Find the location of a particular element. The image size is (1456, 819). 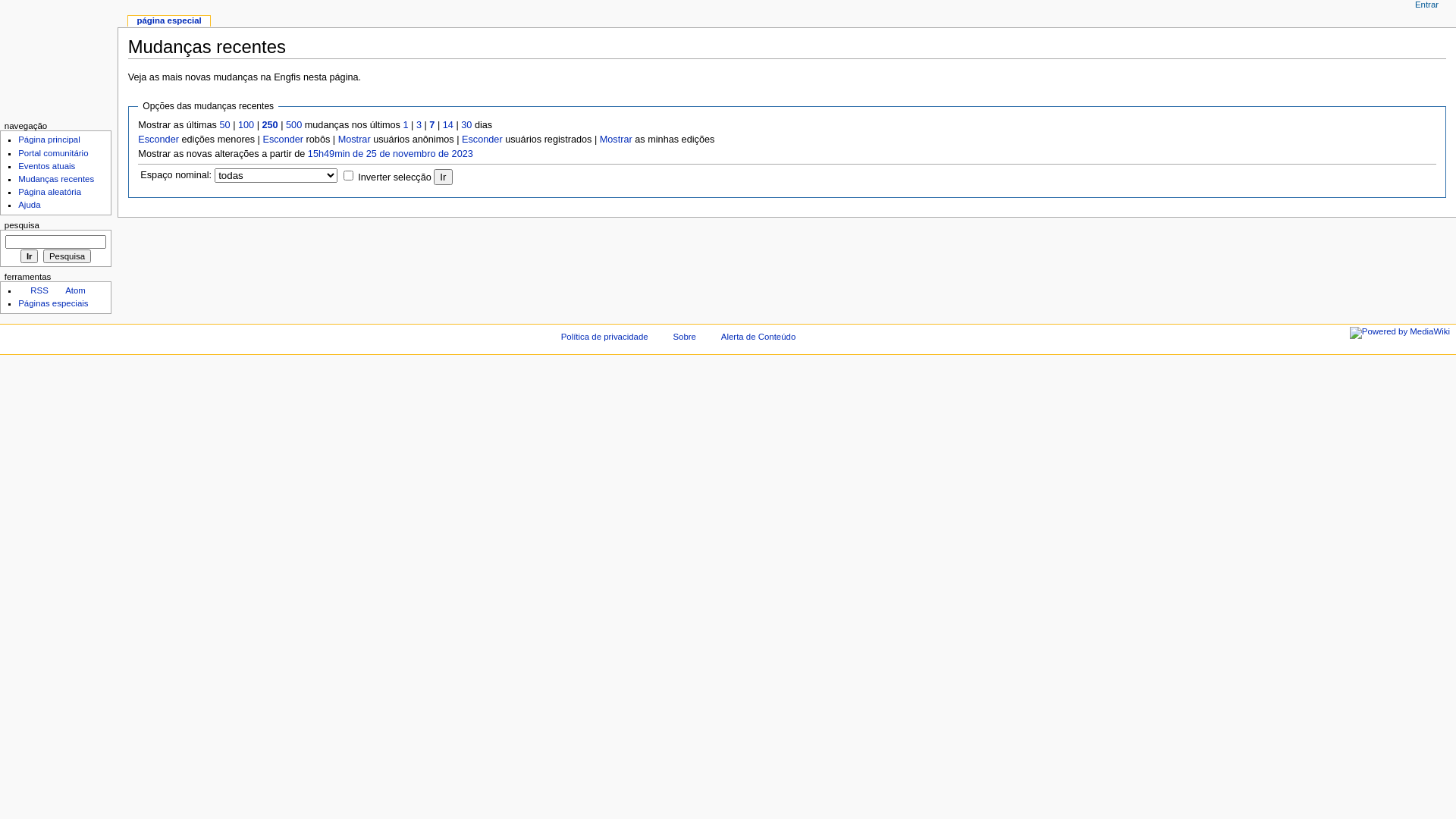

'Pesquisar nesta wiki [f]' is located at coordinates (55, 241).